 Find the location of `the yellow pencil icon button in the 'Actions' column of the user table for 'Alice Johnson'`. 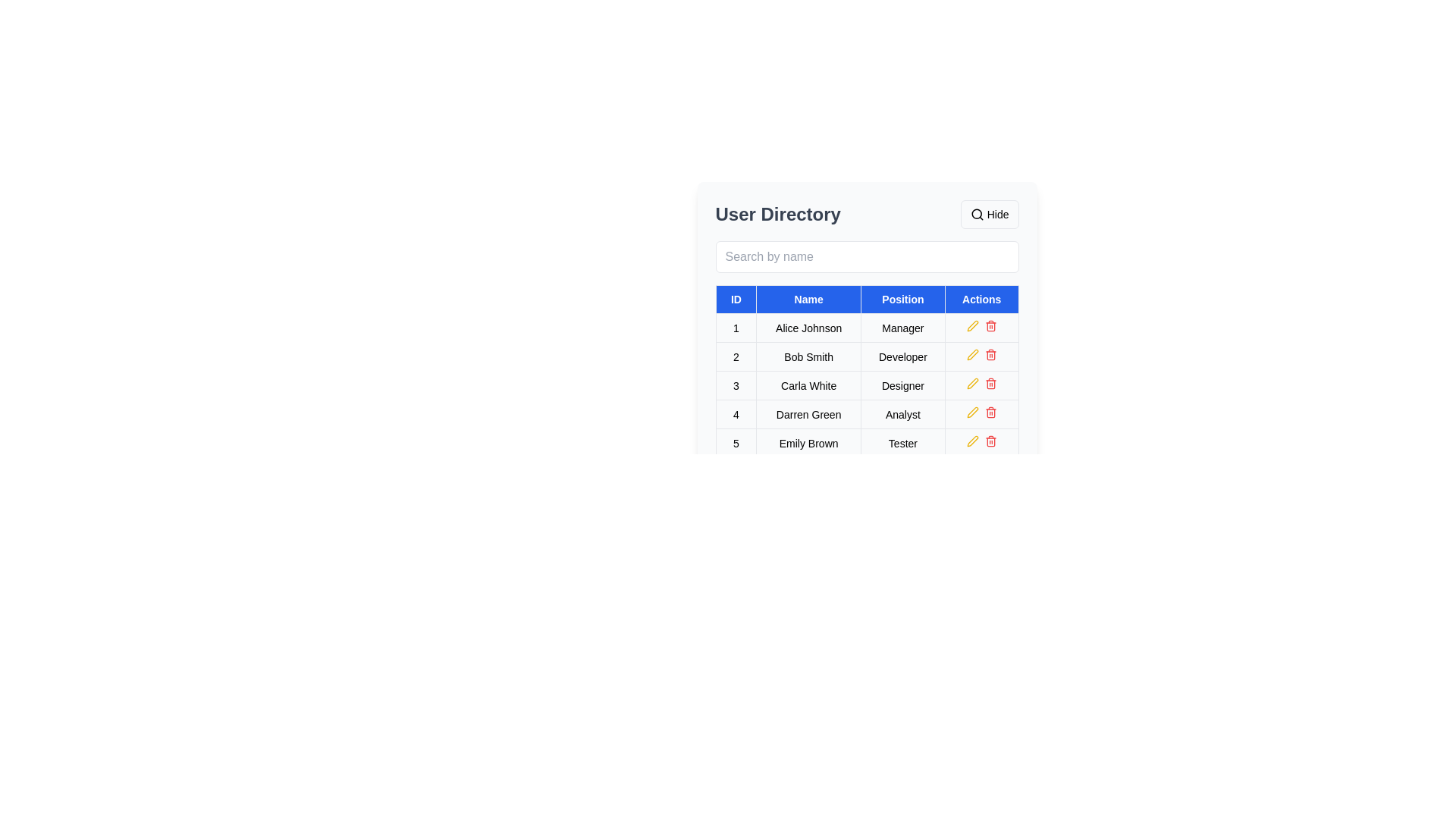

the yellow pencil icon button in the 'Actions' column of the user table for 'Alice Johnson' is located at coordinates (972, 325).